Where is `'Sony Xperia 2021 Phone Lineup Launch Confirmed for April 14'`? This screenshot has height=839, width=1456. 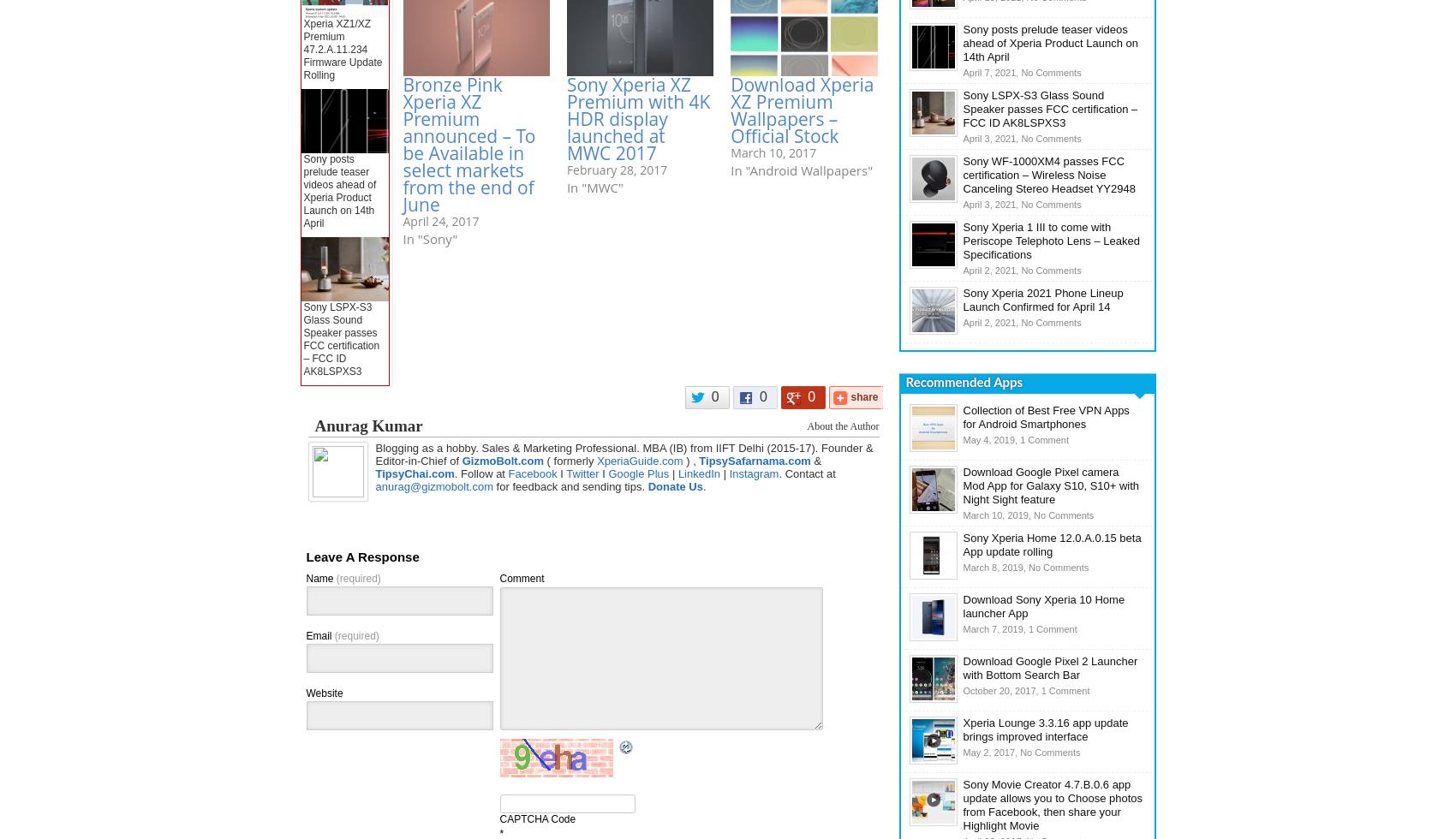 'Sony Xperia 2021 Phone Lineup Launch Confirmed for April 14' is located at coordinates (963, 300).